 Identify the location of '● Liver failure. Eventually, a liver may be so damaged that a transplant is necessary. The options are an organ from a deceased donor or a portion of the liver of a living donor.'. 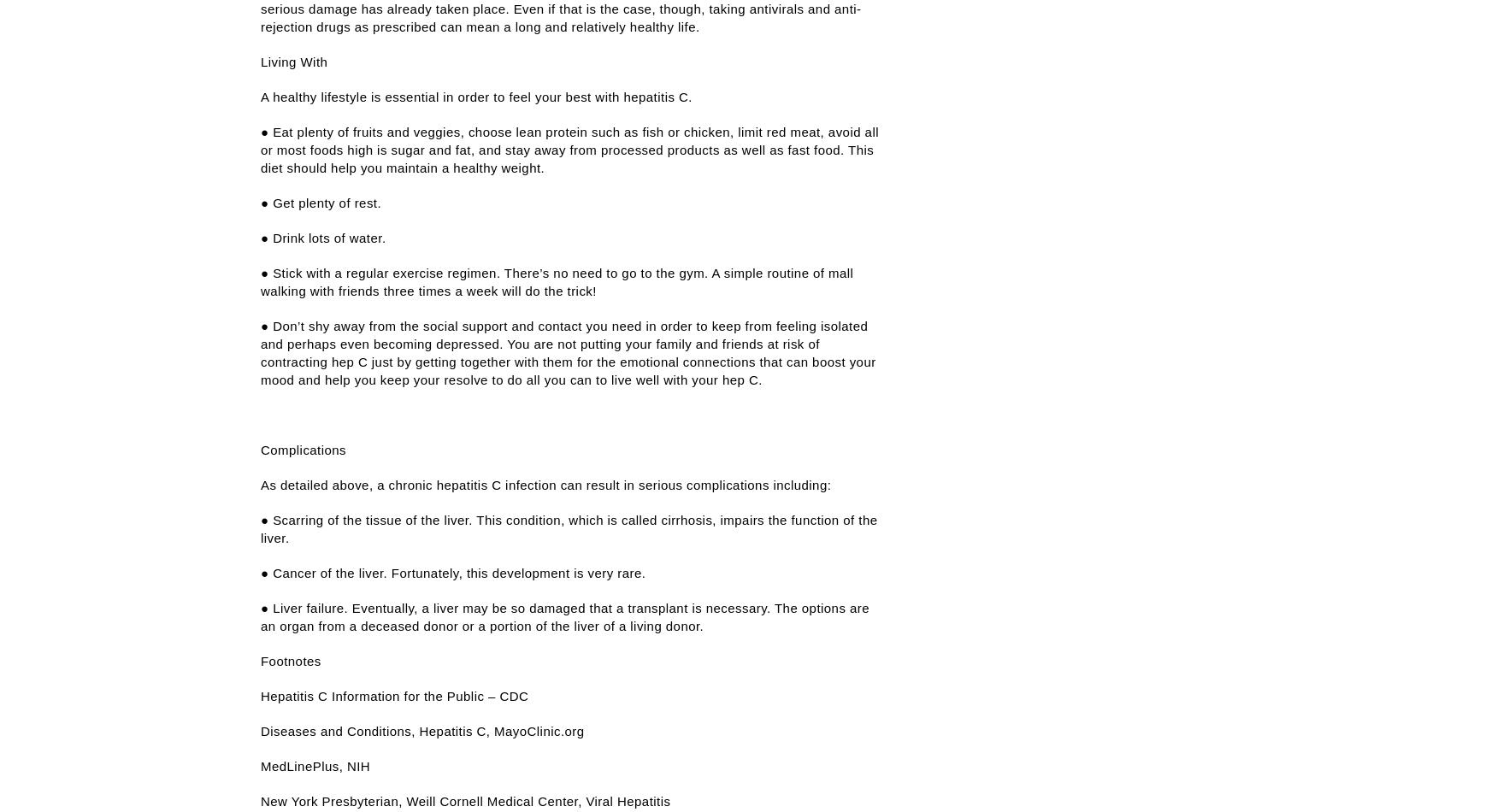
(563, 616).